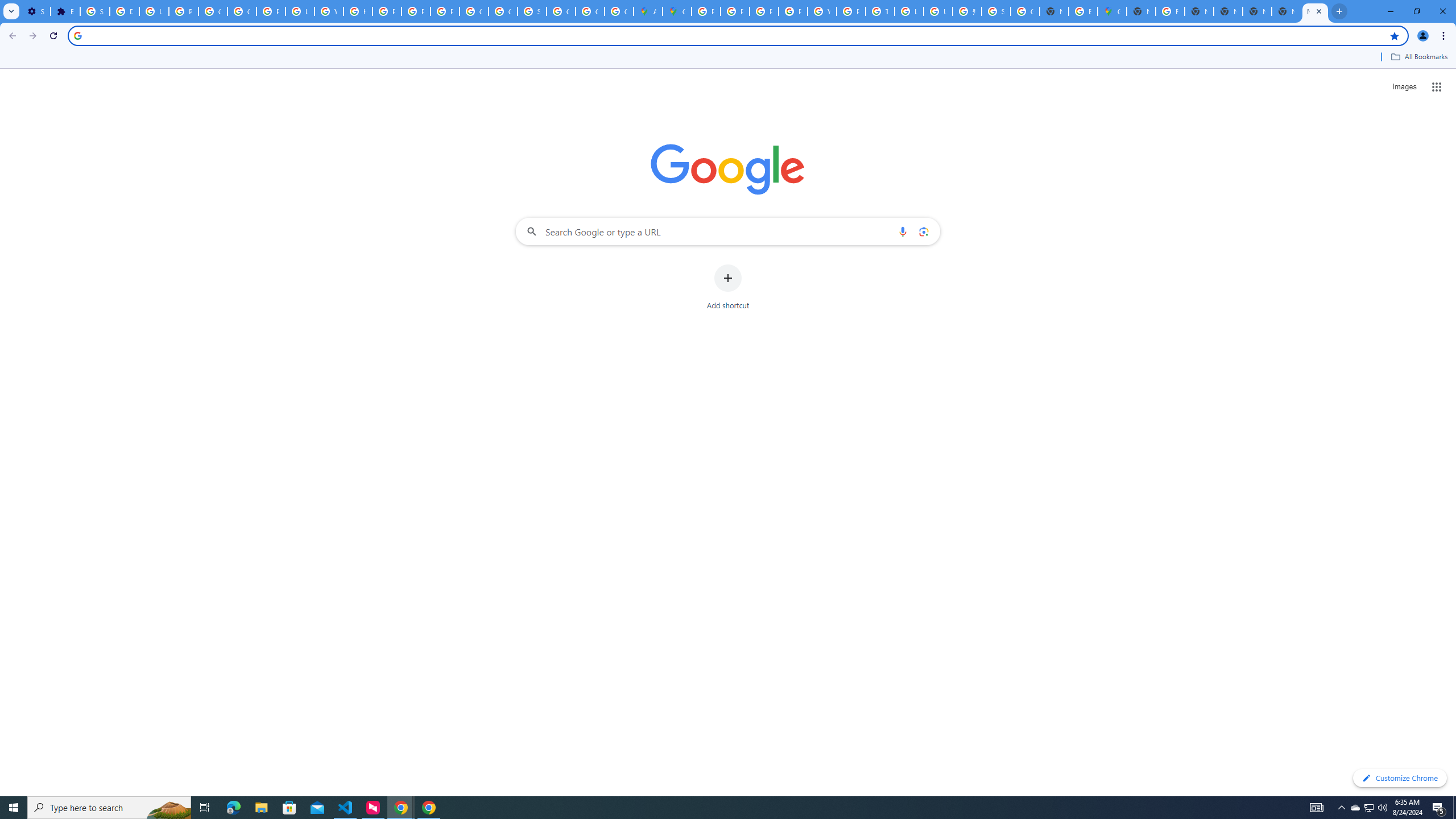 The image size is (1456, 819). I want to click on 'Google Account Help', so click(213, 11).